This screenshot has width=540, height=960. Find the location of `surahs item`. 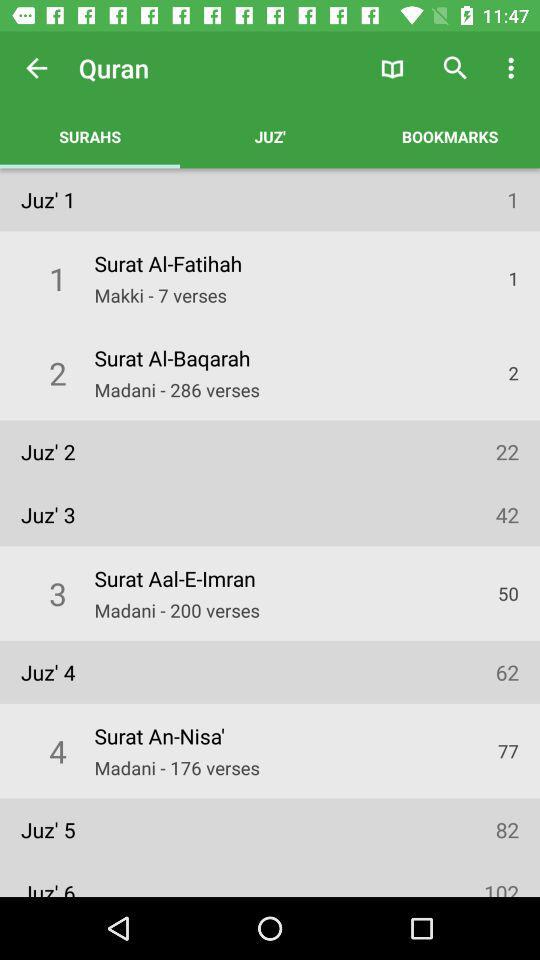

surahs item is located at coordinates (89, 135).